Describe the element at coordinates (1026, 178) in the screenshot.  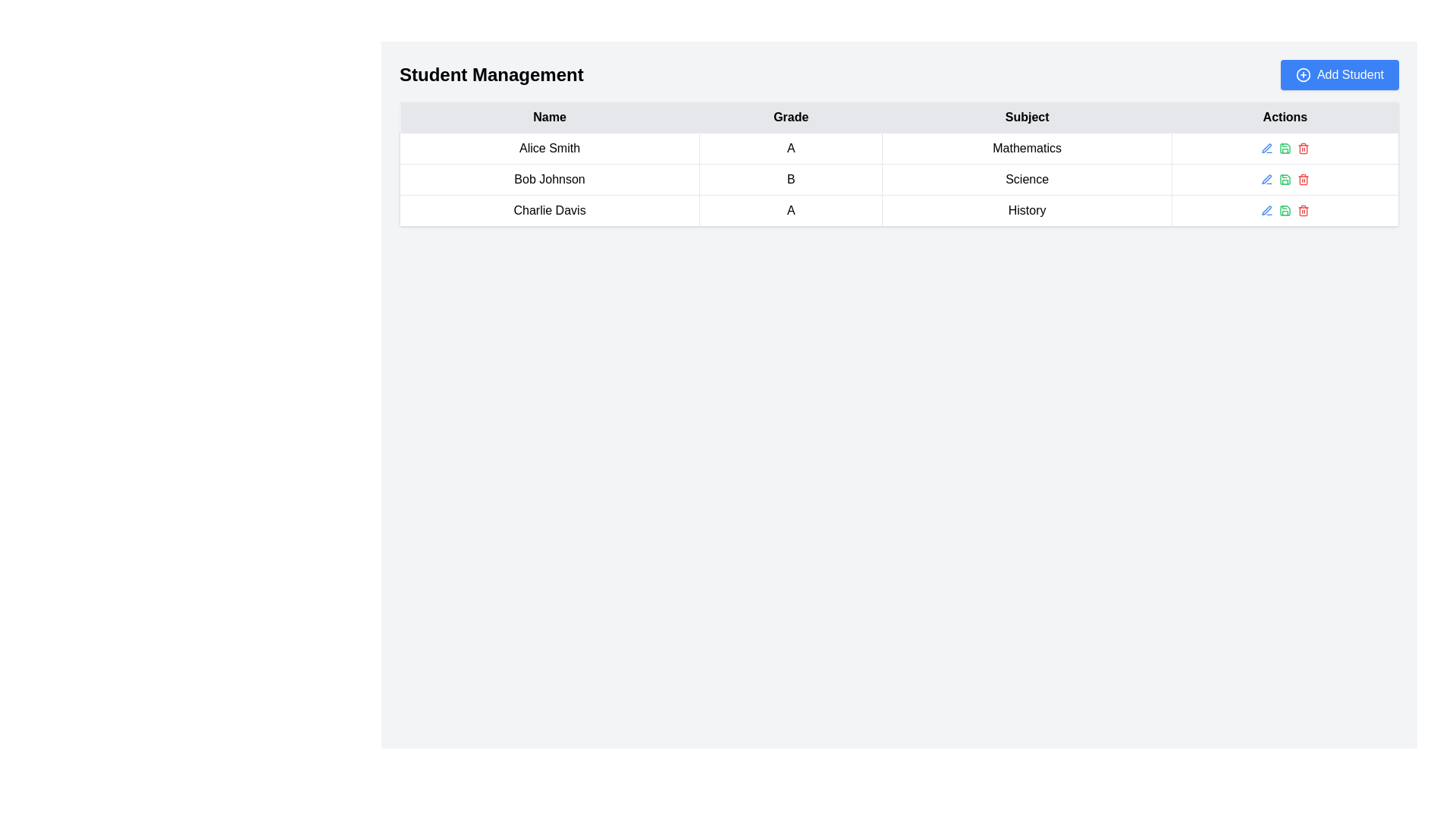
I see `the table cell containing the text 'Science', which is the third cell in the 'Subject' column of the second row, to engage with the surrounding table` at that location.